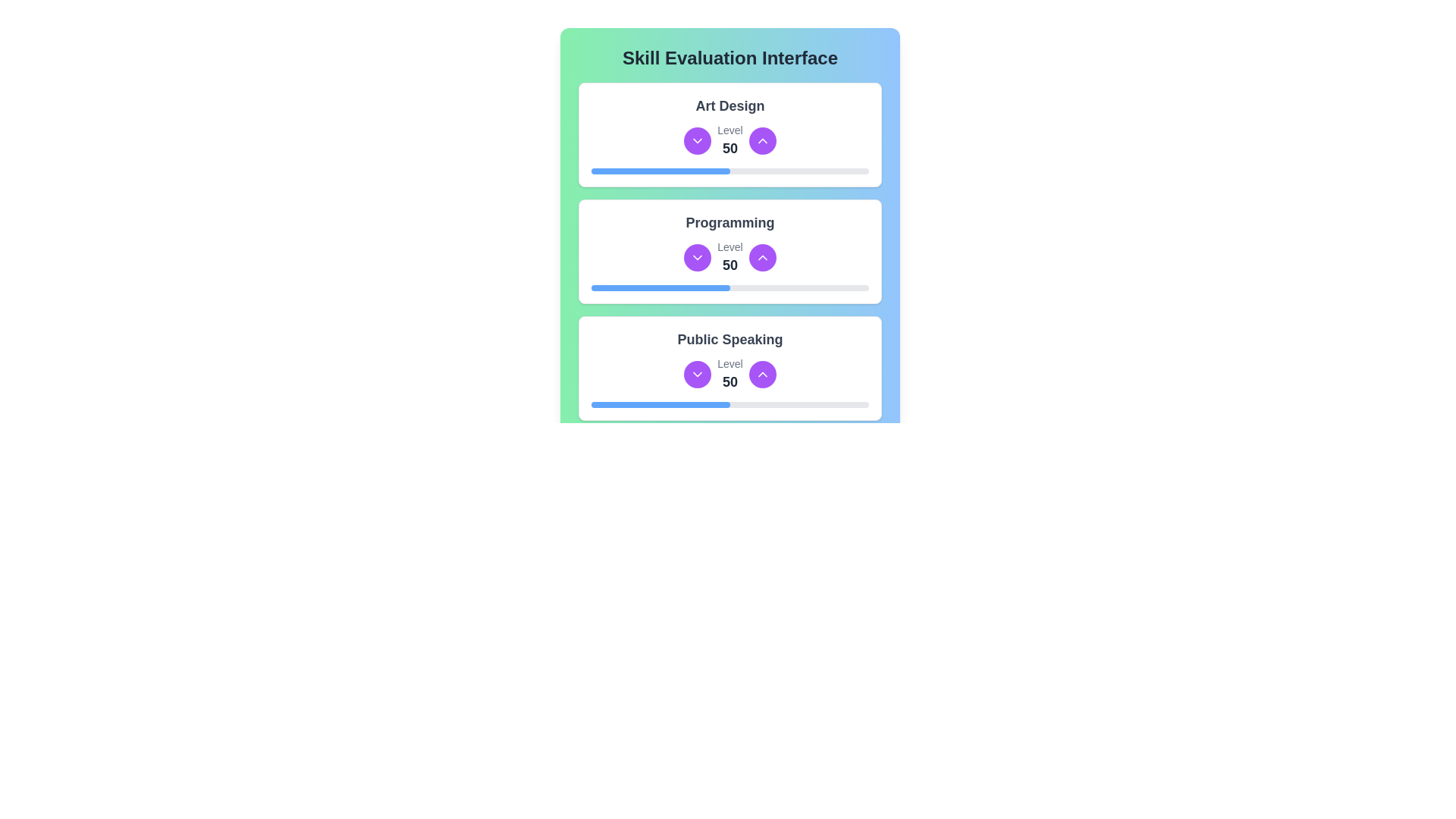  What do you see at coordinates (730, 403) in the screenshot?
I see `the horizontal progress bar located at the bottom of the 'Public Speaking' skill card, which has a light gray background and a blue fill representing half progress` at bounding box center [730, 403].